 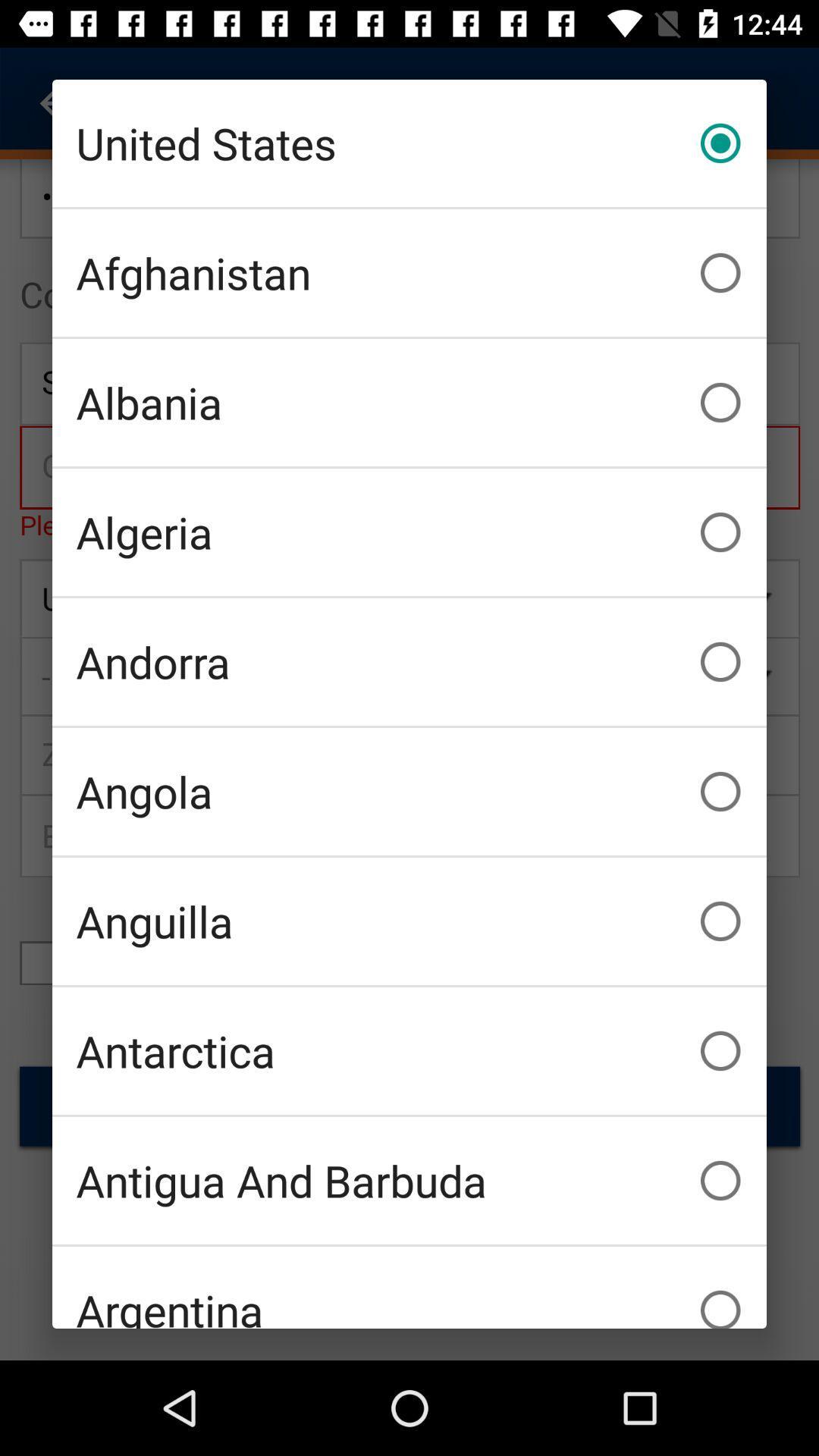 I want to click on the icon above afghanistan, so click(x=409, y=143).